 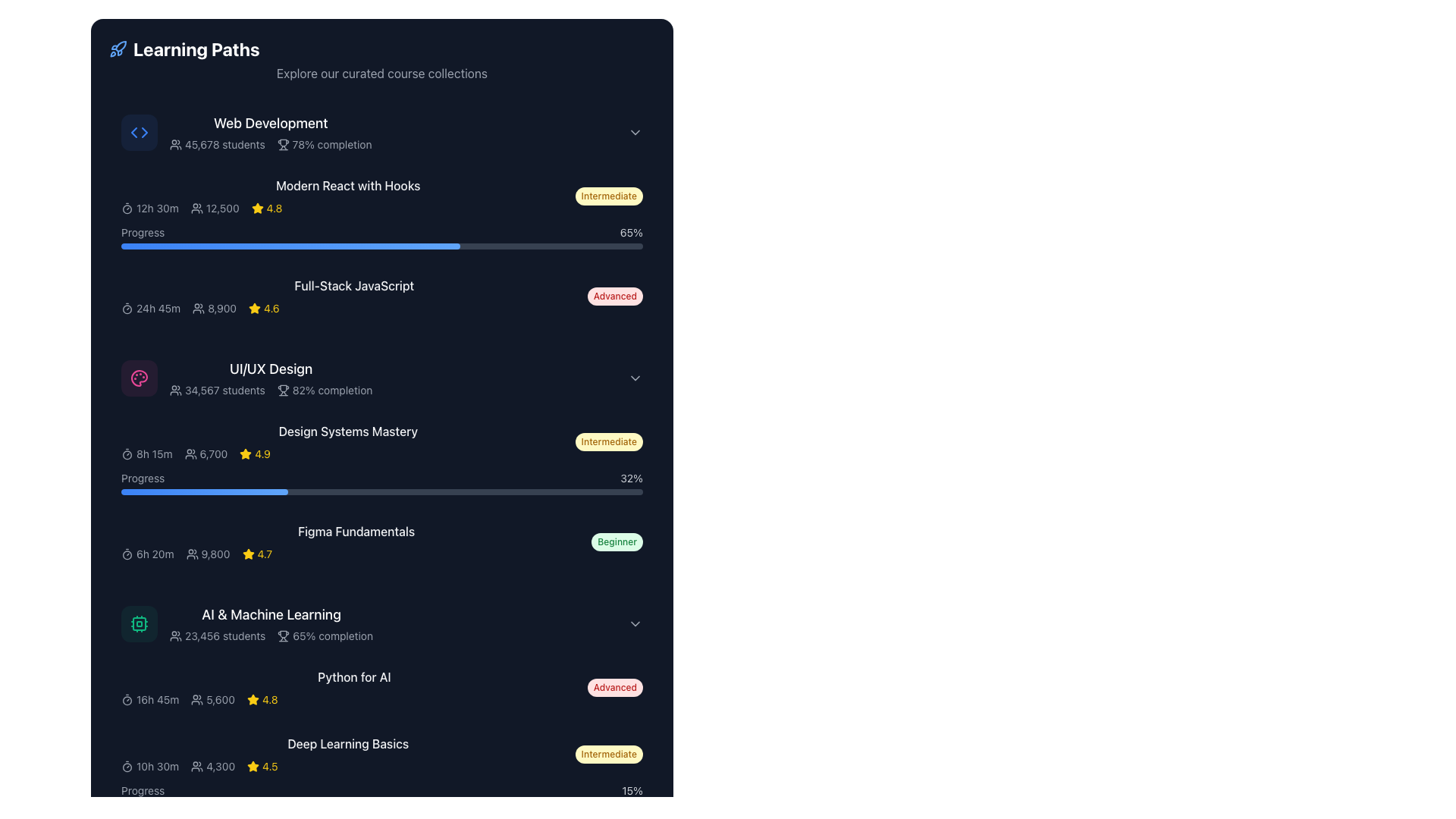 What do you see at coordinates (318, 245) in the screenshot?
I see `the progress bar` at bounding box center [318, 245].